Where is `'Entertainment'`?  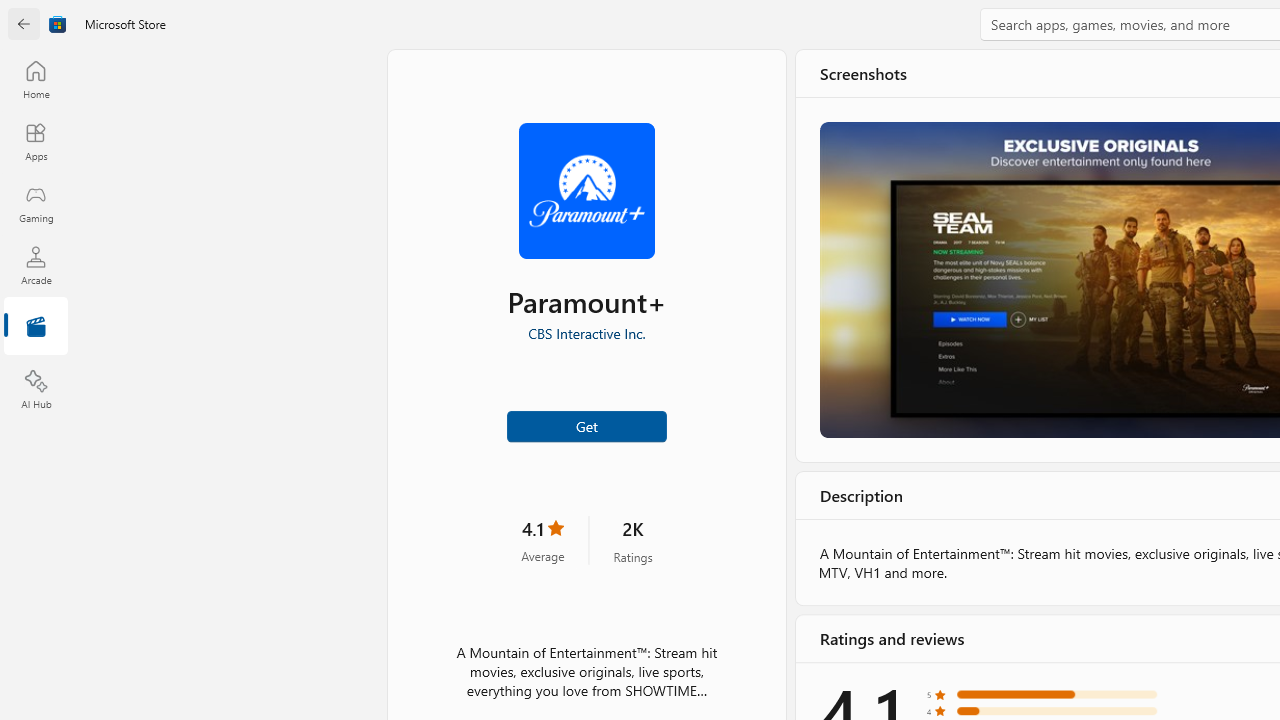 'Entertainment' is located at coordinates (35, 326).